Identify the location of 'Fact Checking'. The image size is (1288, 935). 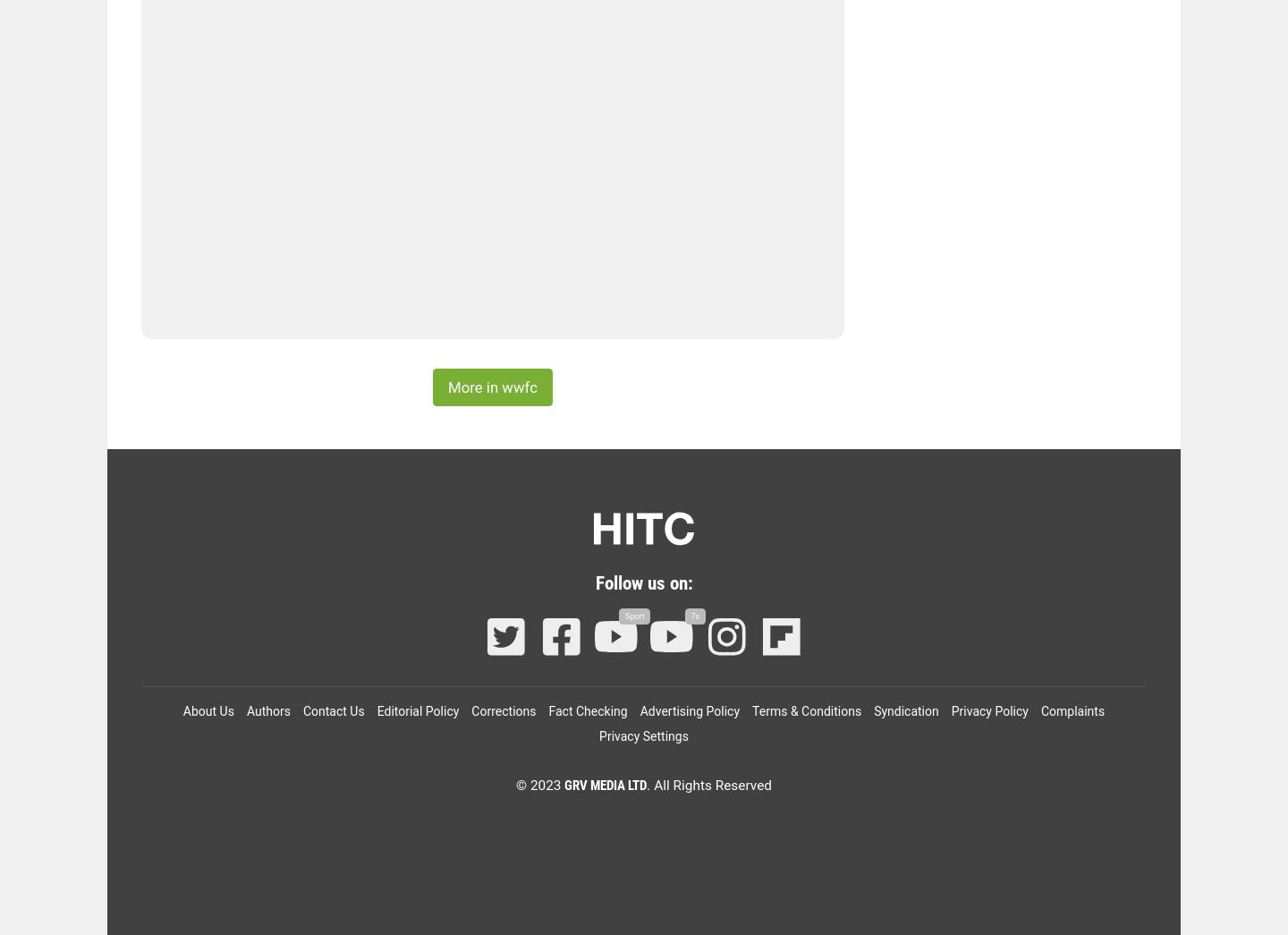
(586, 711).